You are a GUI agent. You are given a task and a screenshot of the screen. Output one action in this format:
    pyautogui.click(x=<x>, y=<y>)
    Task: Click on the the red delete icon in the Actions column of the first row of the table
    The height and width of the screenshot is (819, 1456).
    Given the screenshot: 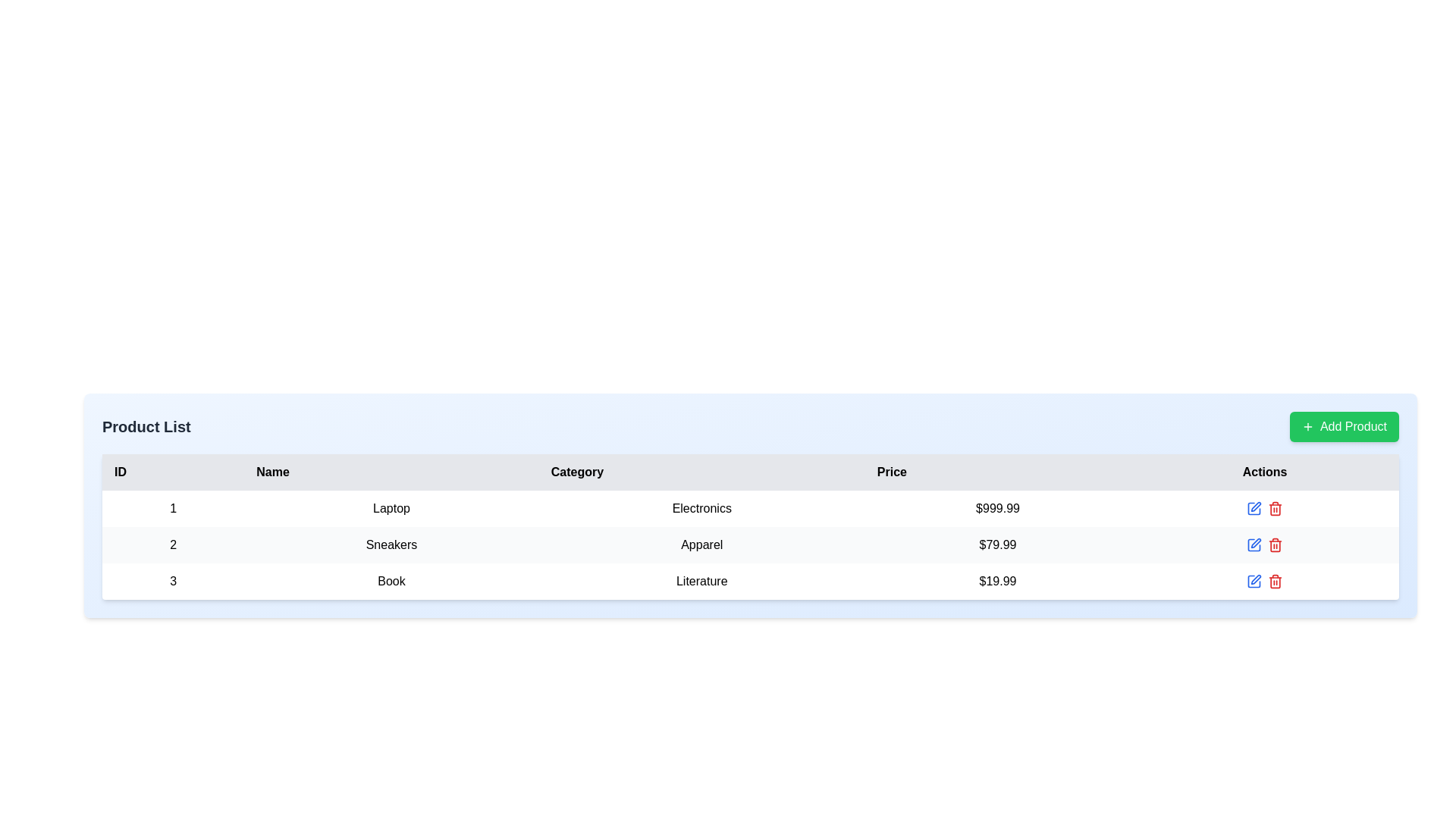 What is the action you would take?
    pyautogui.click(x=1265, y=509)
    